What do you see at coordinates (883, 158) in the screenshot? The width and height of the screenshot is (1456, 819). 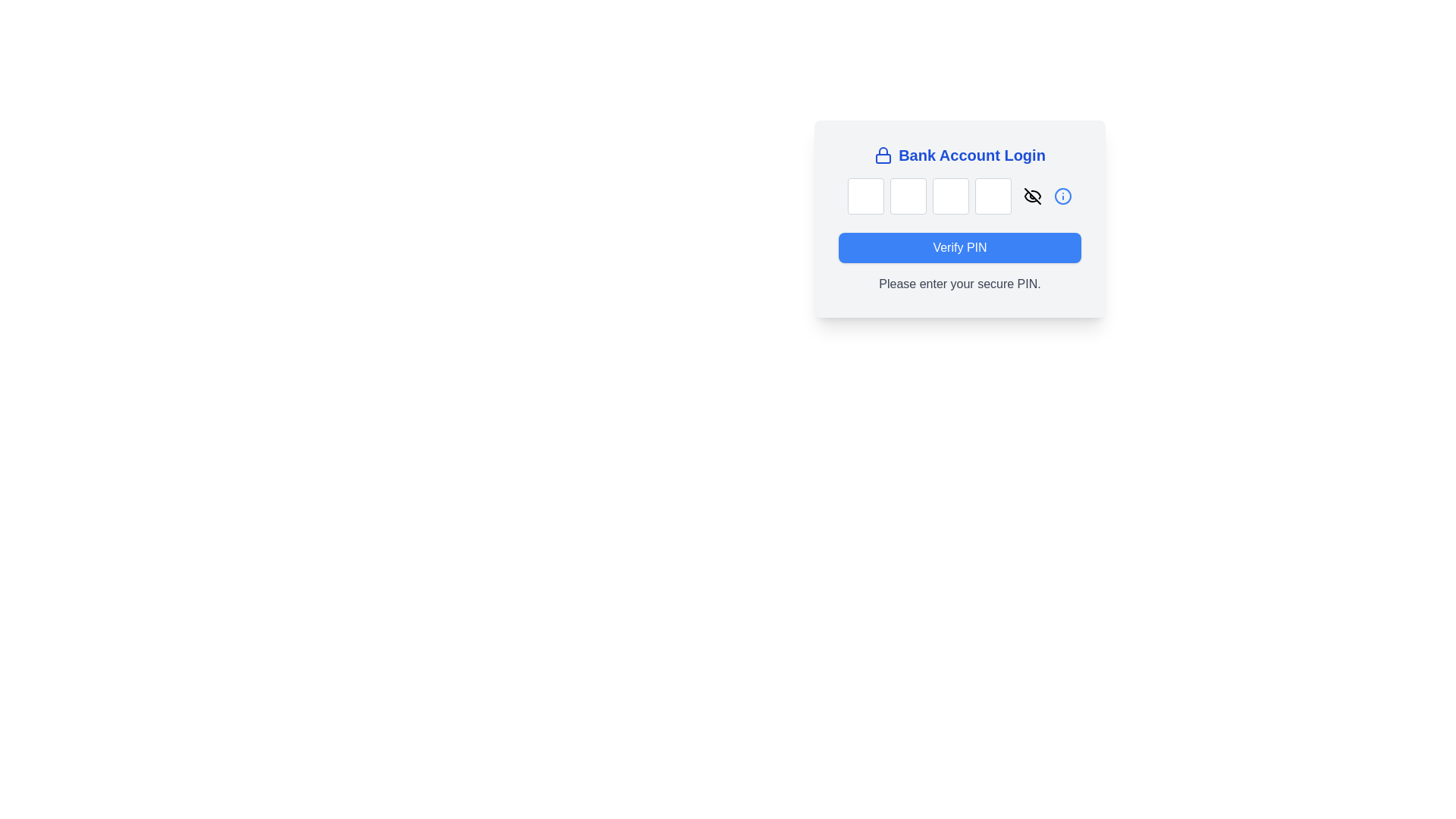 I see `the lock body icon component, which visually represents a locked state for security indication, located above the 'Bank Account Login' title` at bounding box center [883, 158].